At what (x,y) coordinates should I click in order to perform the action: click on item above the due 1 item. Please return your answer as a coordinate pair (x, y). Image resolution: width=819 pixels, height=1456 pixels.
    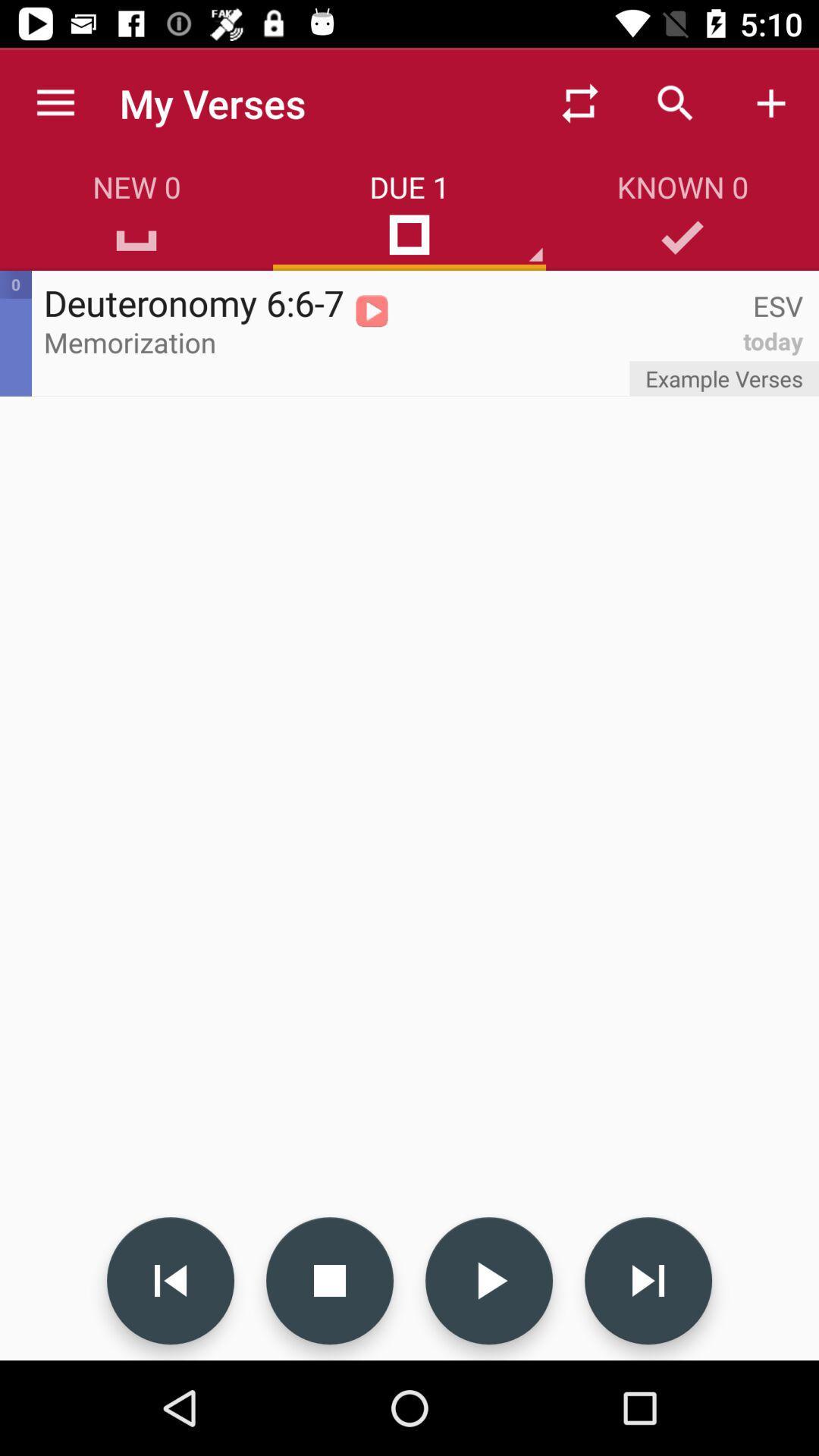
    Looking at the image, I should click on (579, 102).